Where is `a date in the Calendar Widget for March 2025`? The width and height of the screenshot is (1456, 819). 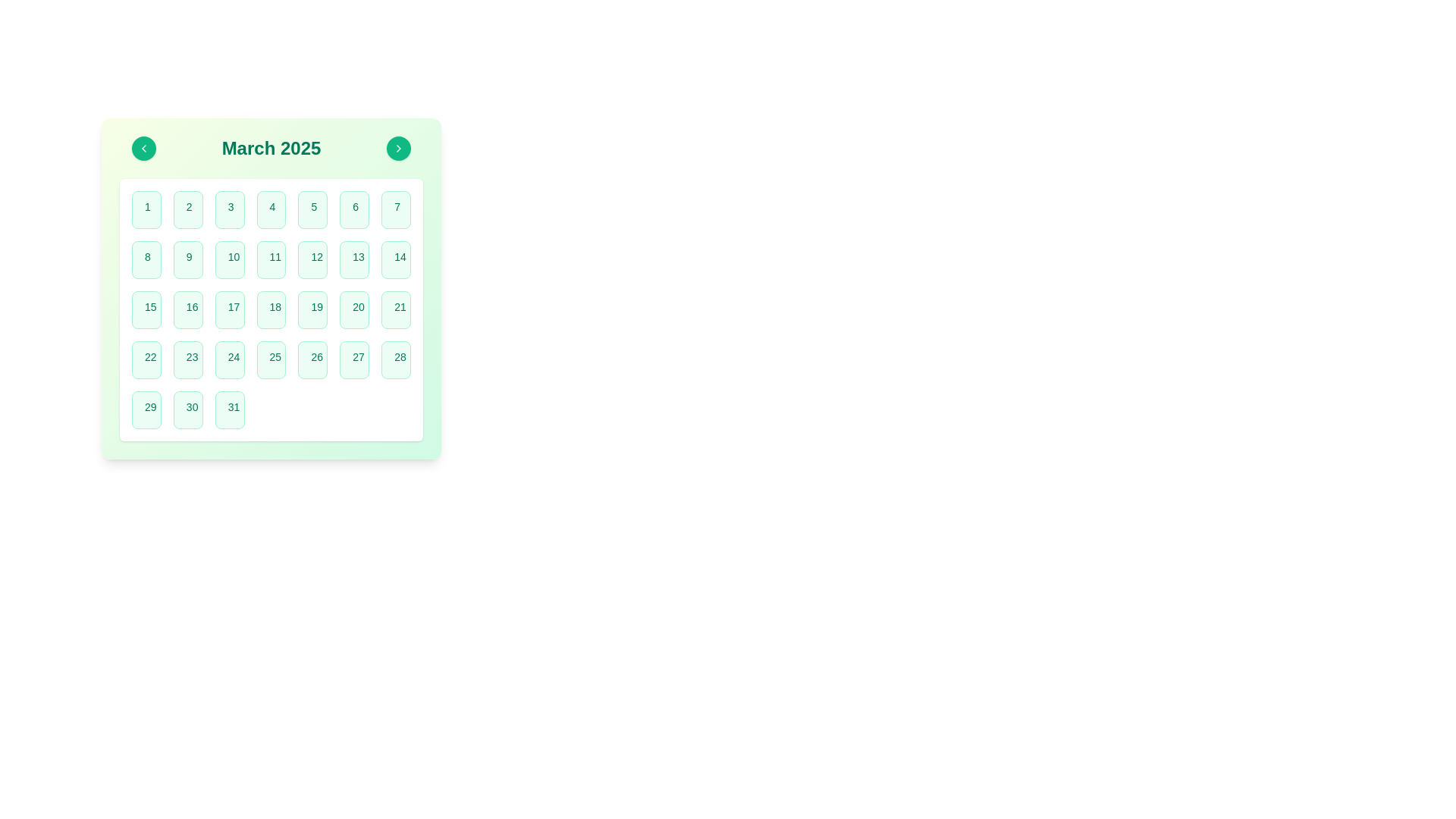
a date in the Calendar Widget for March 2025 is located at coordinates (271, 289).